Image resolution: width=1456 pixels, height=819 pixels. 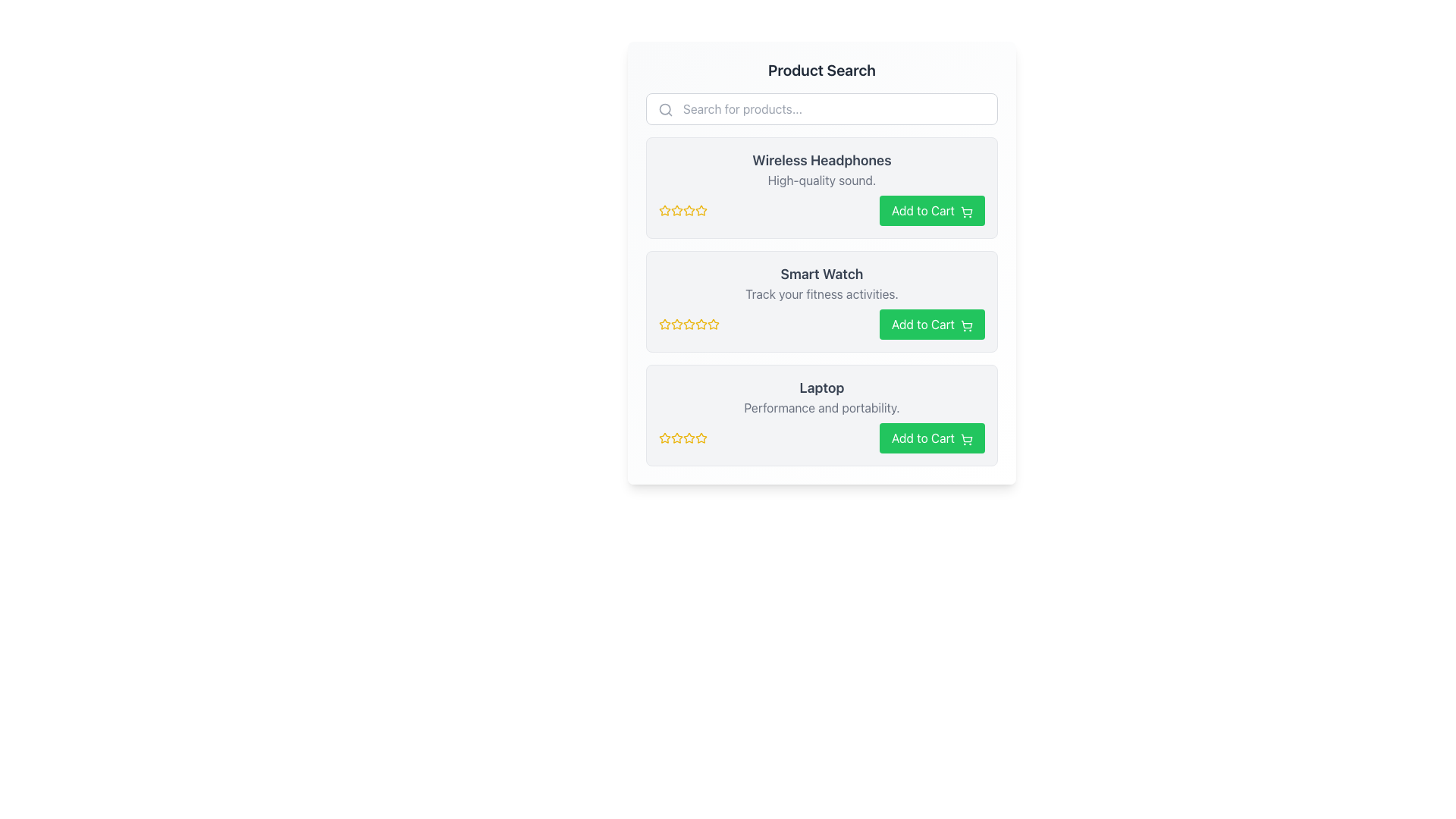 I want to click on the 'Add to Cart' button with rounded corners, green background, and white text, located in the third product card from the top, so click(x=931, y=438).